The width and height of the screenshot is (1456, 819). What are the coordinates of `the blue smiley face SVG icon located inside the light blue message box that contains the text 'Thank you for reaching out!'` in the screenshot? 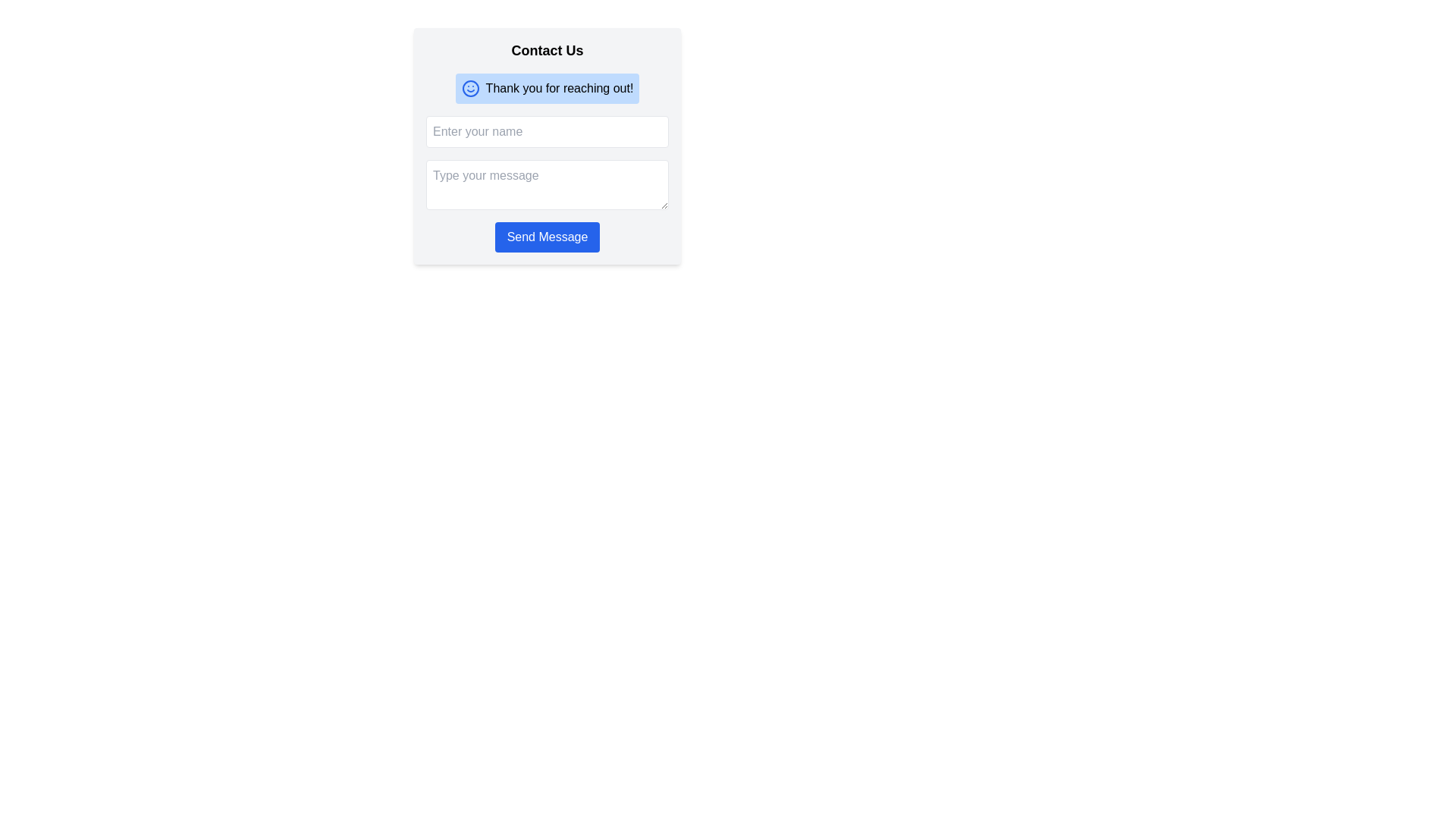 It's located at (469, 88).